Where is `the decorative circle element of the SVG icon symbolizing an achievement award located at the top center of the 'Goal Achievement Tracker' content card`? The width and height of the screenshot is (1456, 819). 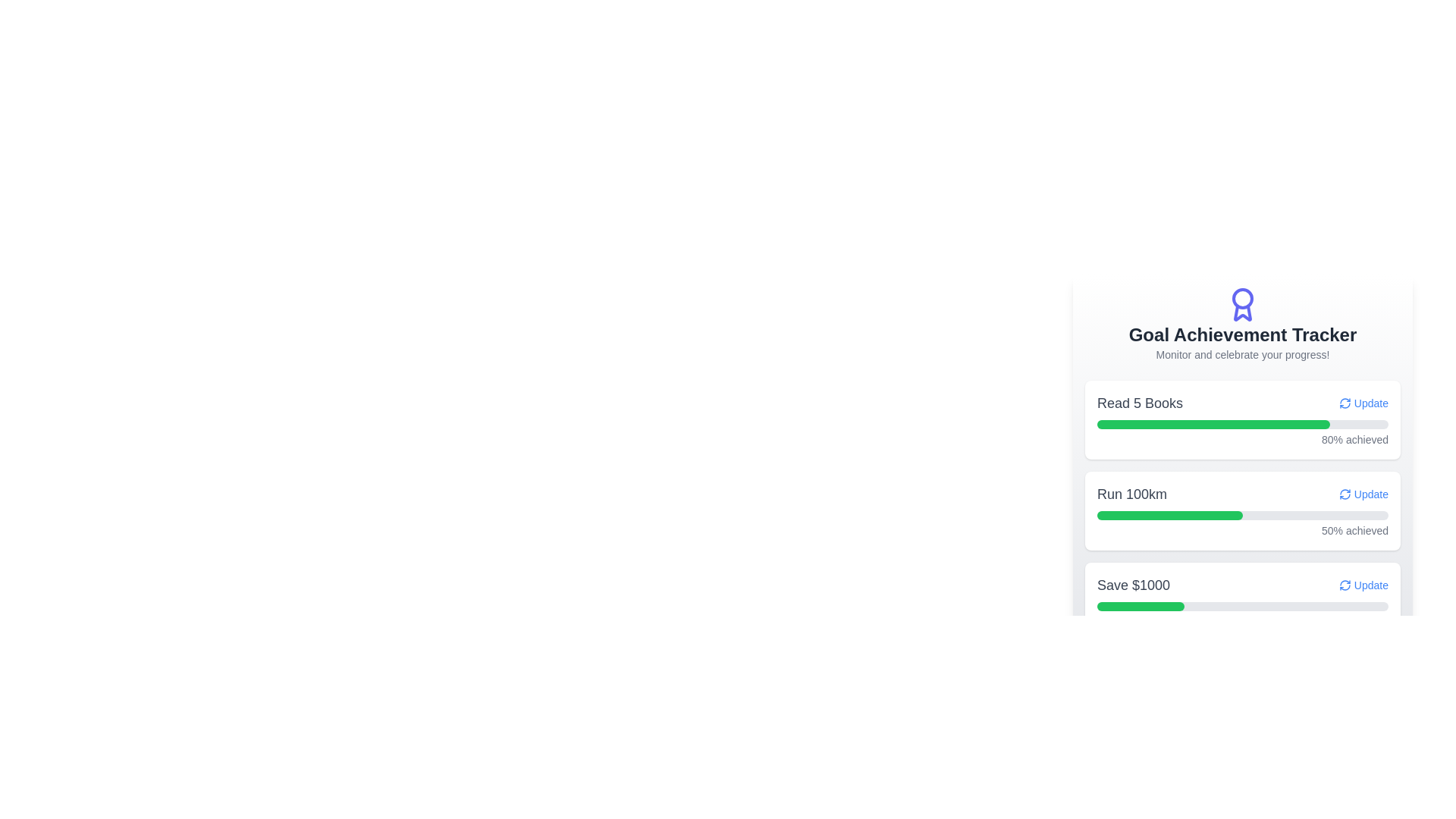
the decorative circle element of the SVG icon symbolizing an achievement award located at the top center of the 'Goal Achievement Tracker' content card is located at coordinates (1242, 298).